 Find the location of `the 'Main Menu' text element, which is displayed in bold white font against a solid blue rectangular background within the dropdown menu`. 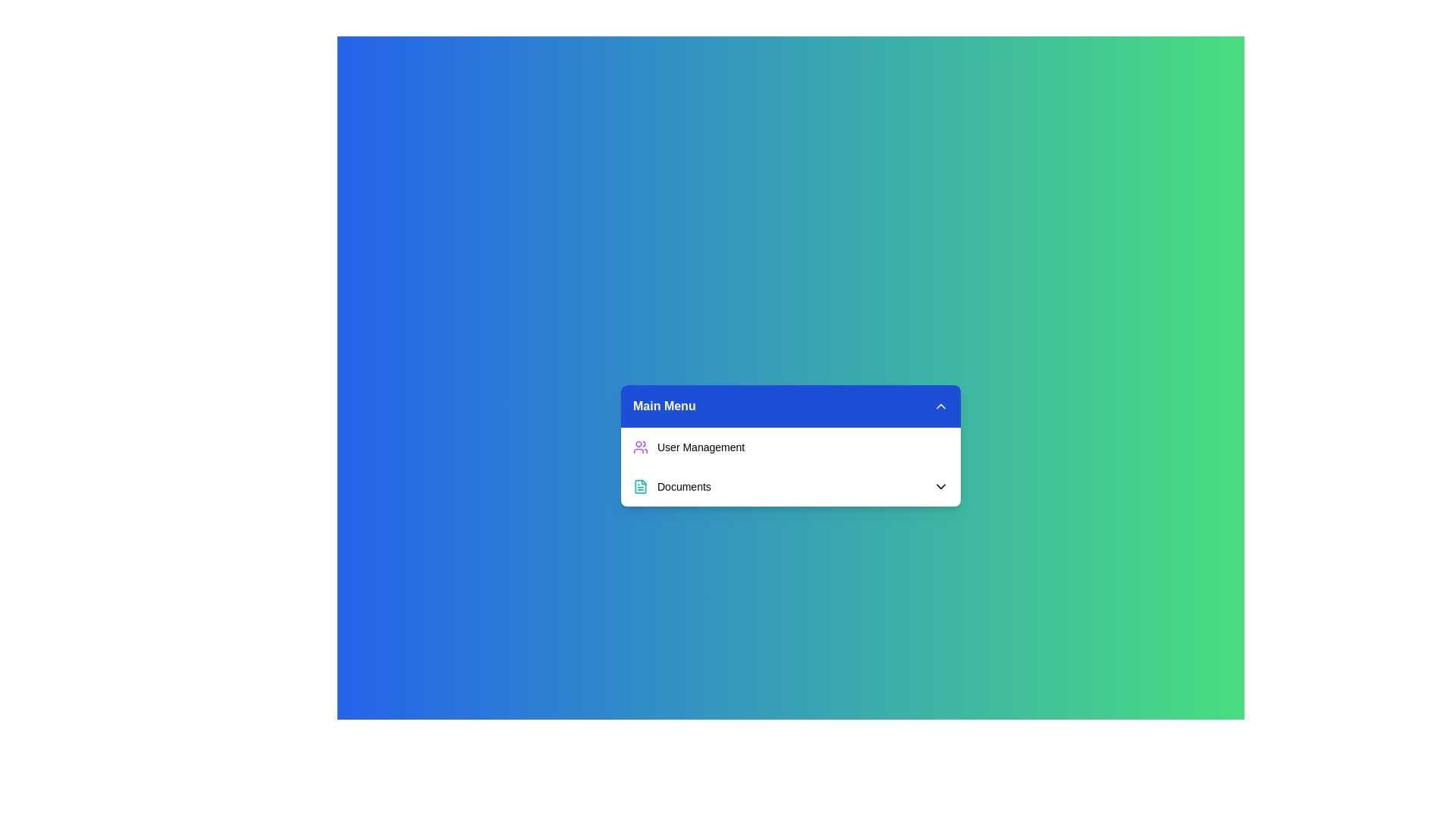

the 'Main Menu' text element, which is displayed in bold white font against a solid blue rectangular background within the dropdown menu is located at coordinates (664, 406).